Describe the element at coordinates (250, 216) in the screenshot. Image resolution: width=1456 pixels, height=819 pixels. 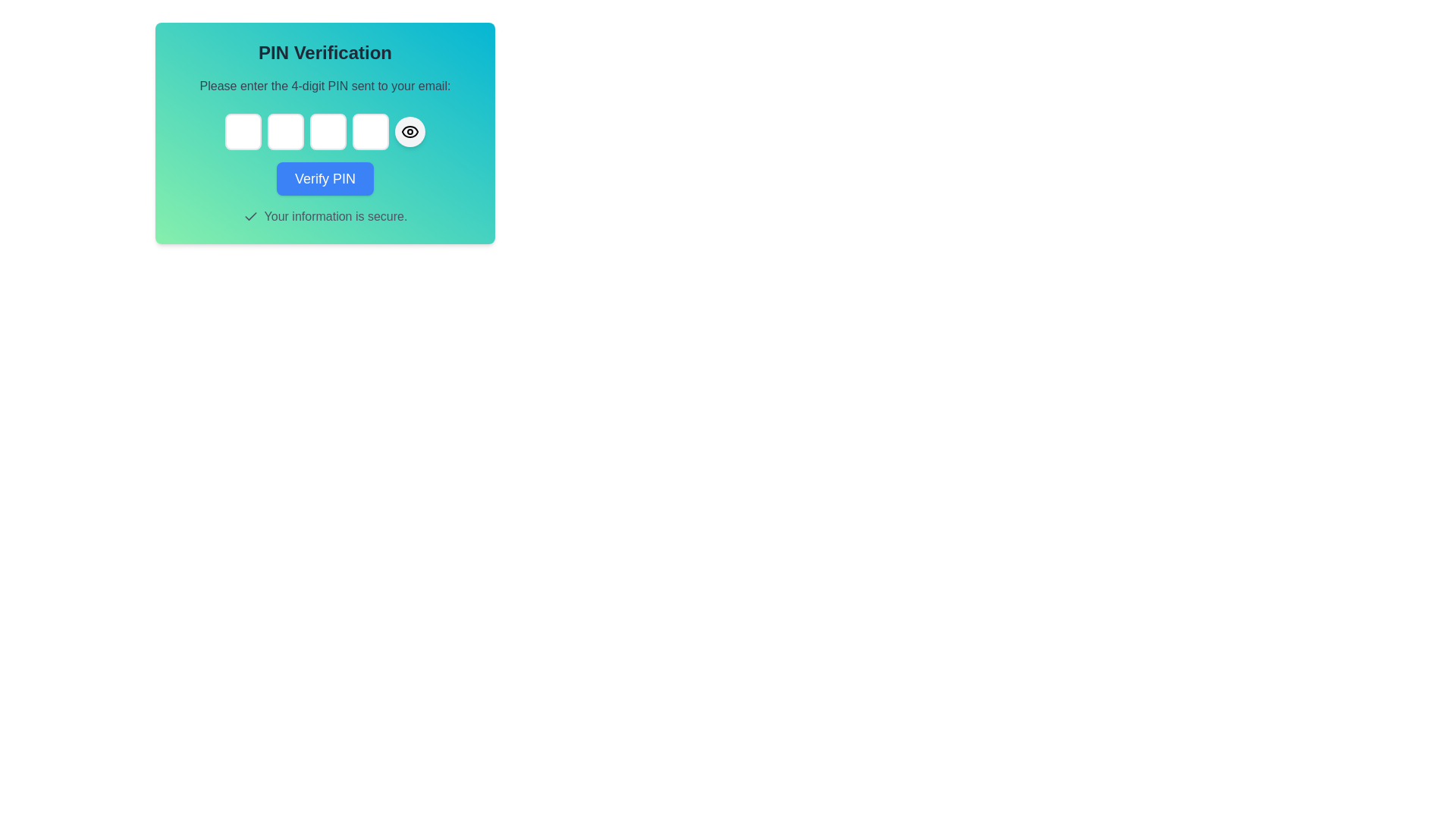
I see `checkmark icon element located to the left of the text 'Your information is secure.' in the lower section of the card interface` at that location.